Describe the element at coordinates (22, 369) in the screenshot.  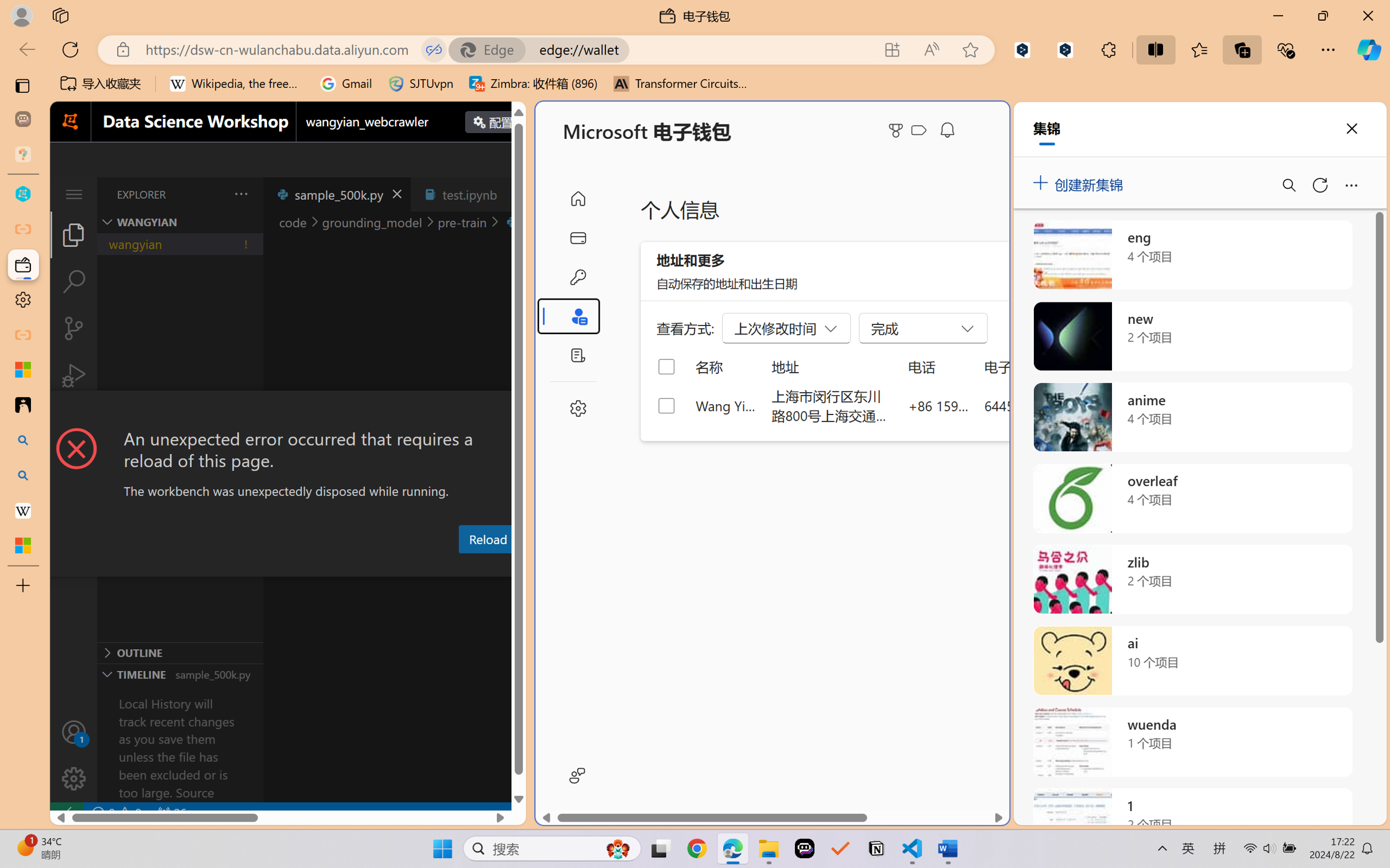
I see `'Microsoft security help and learning'` at that location.